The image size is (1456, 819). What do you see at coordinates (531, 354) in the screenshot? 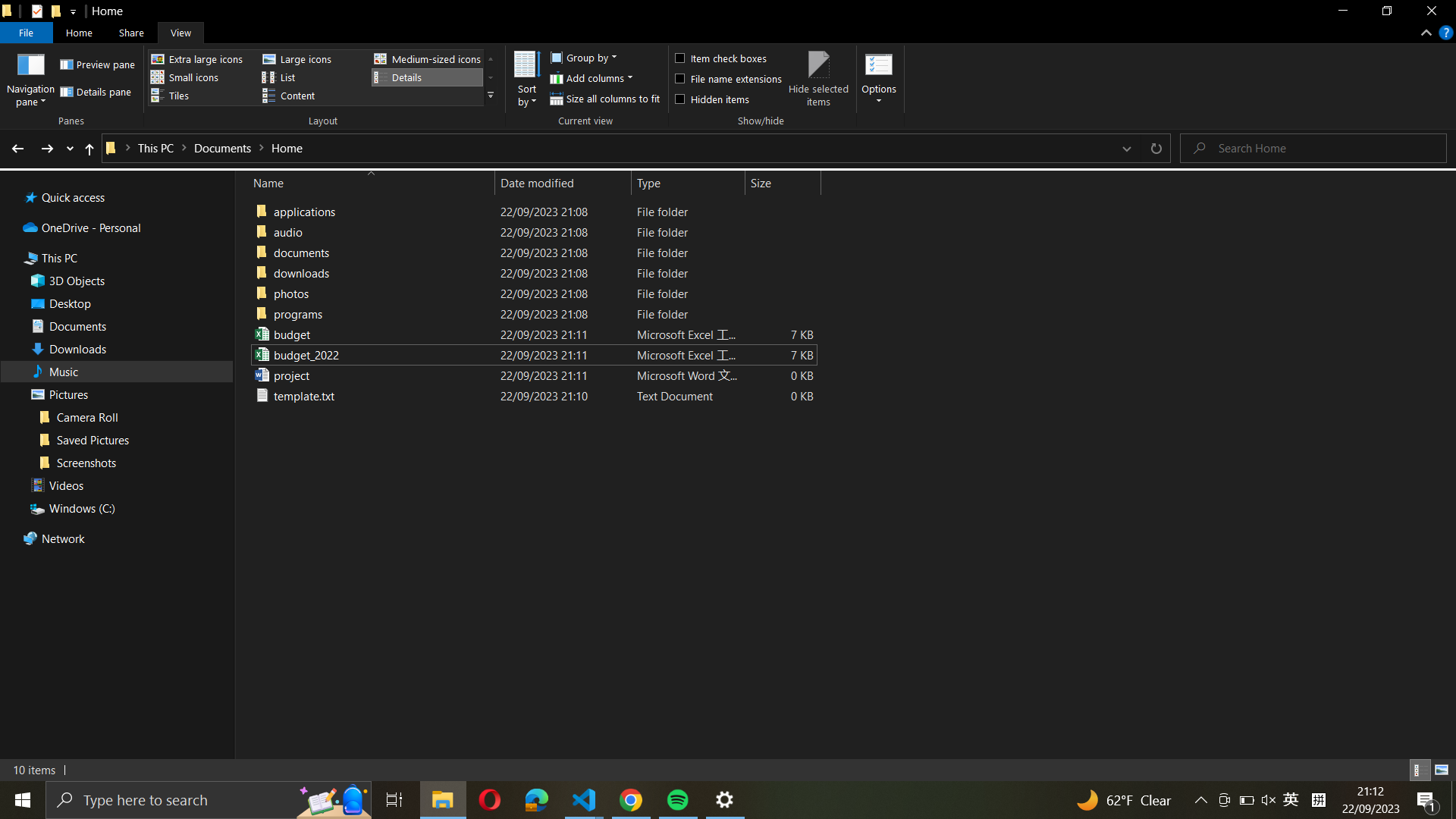
I see `the "budget_2022_excel_file" using the standard Excel files software` at bounding box center [531, 354].